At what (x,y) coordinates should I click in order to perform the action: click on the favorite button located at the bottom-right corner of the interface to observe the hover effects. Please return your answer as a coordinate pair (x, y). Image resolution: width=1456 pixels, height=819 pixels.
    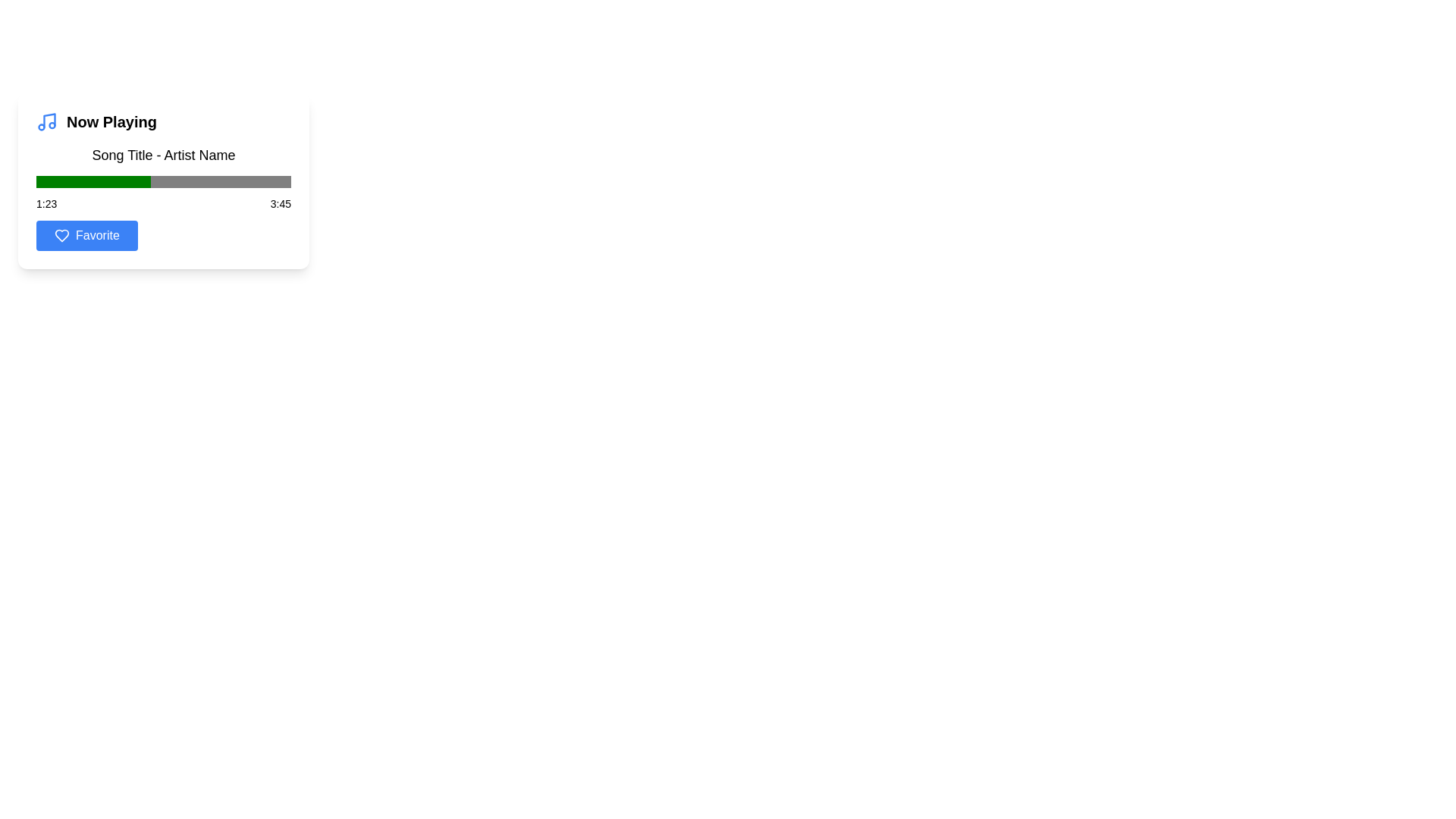
    Looking at the image, I should click on (86, 236).